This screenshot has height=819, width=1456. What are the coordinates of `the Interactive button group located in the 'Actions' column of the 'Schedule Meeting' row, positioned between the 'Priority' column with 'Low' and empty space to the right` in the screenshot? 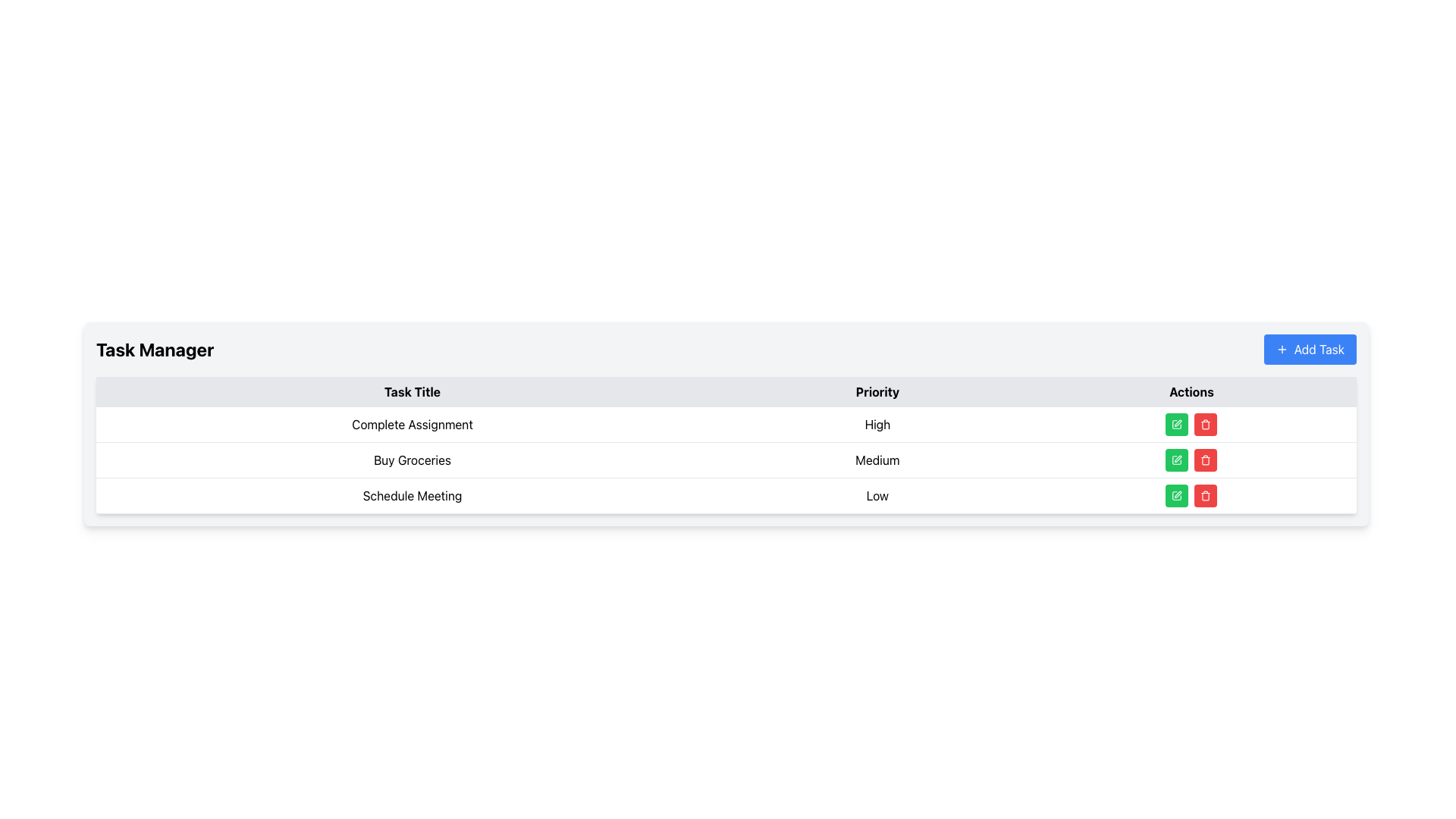 It's located at (1191, 496).